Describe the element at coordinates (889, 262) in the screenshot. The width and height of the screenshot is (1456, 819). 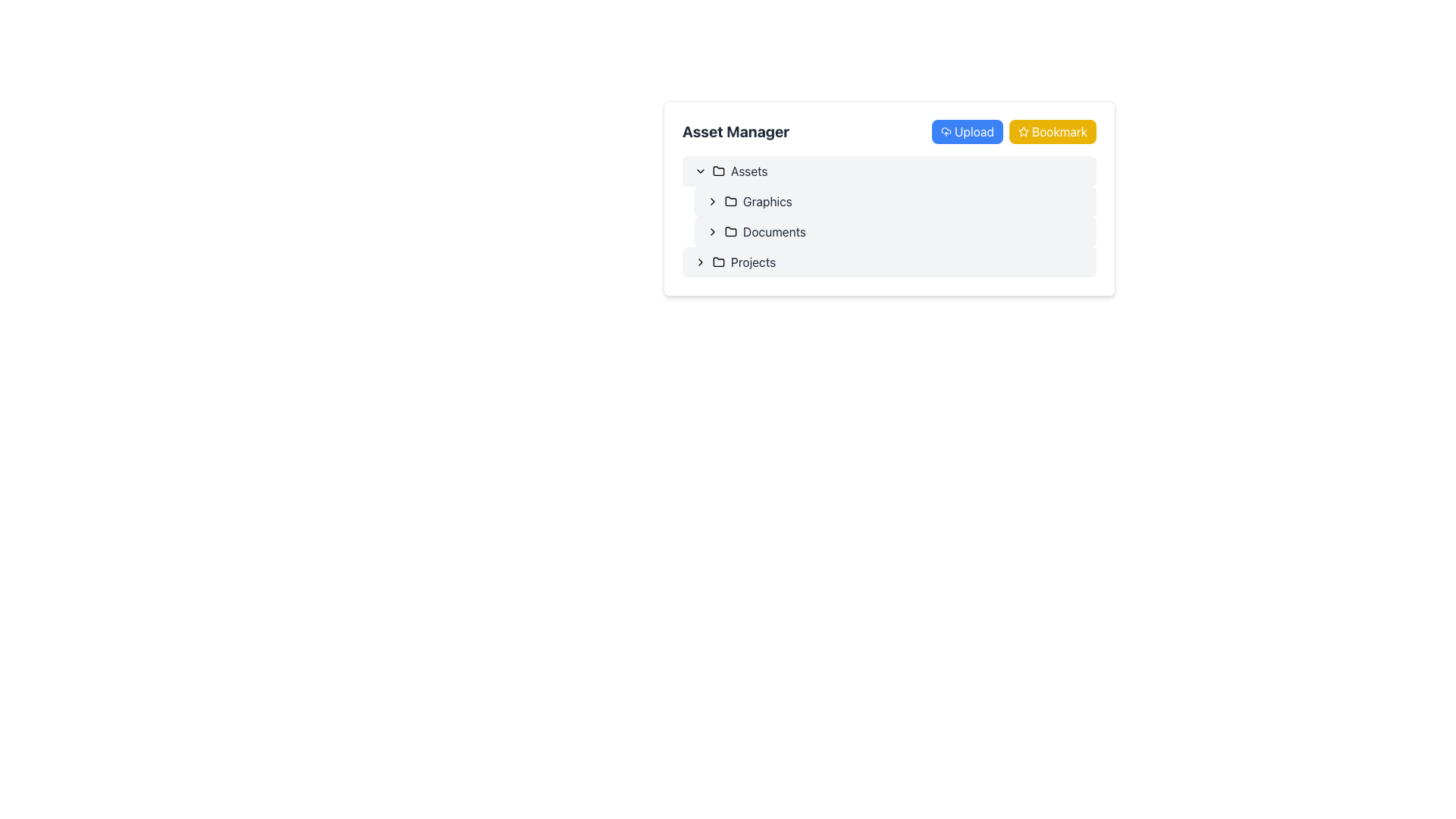
I see `the last item in the vertical list of the 'Asset Manager' panel` at that location.